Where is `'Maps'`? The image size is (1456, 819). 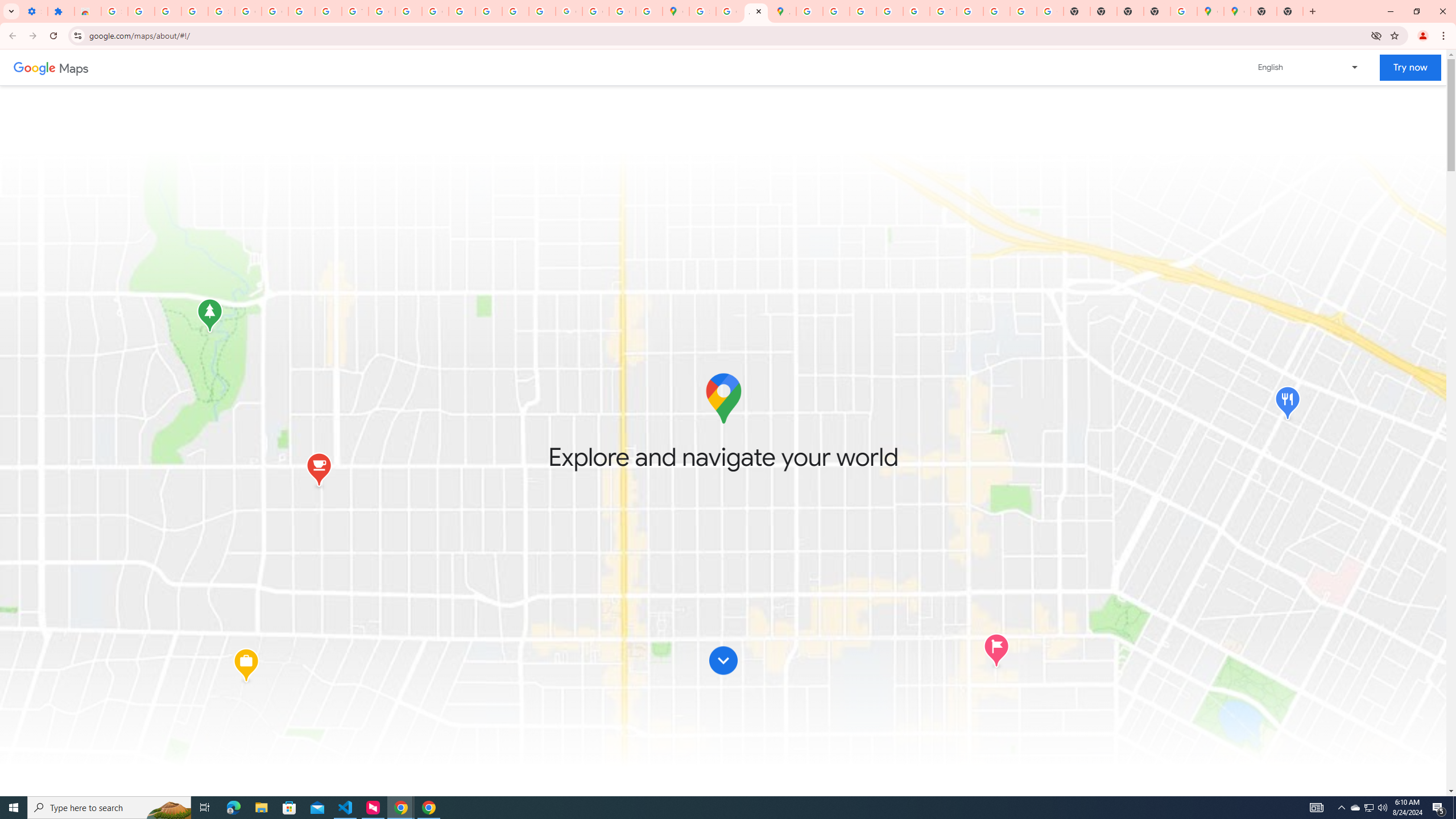 'Maps' is located at coordinates (74, 67).